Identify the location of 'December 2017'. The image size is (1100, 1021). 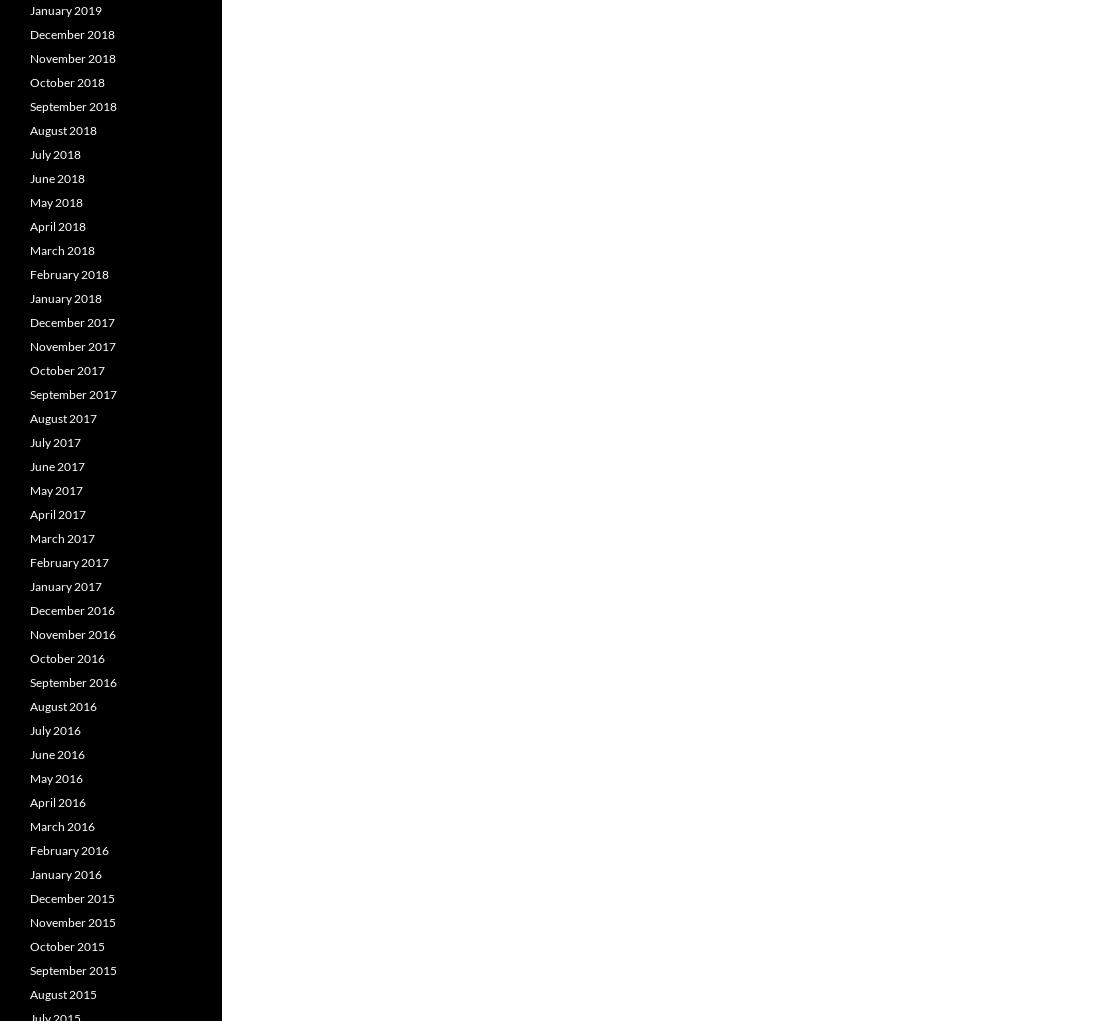
(72, 321).